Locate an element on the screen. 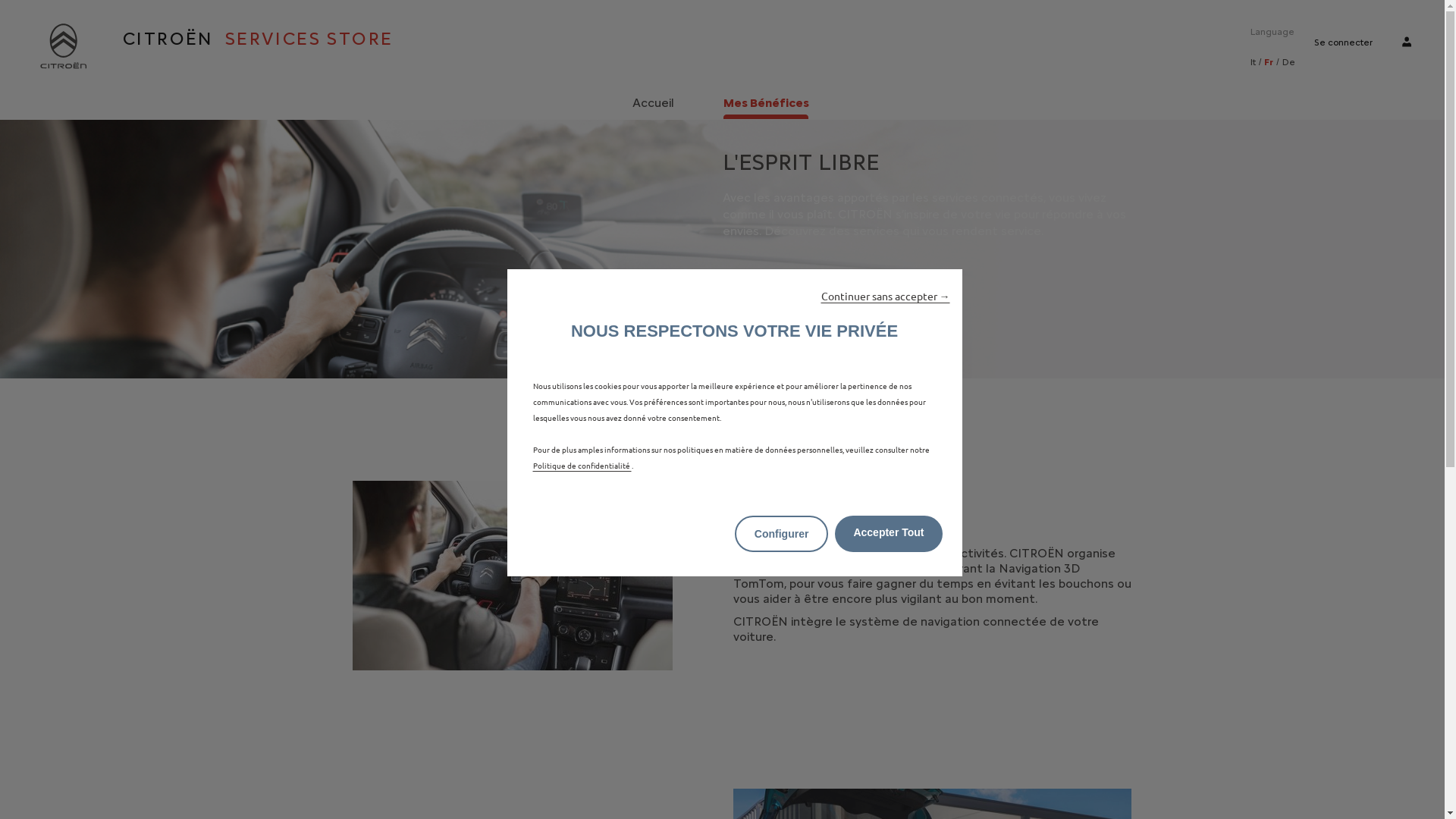 This screenshot has height=819, width=1456. 'Accepter Tout' is located at coordinates (888, 533).